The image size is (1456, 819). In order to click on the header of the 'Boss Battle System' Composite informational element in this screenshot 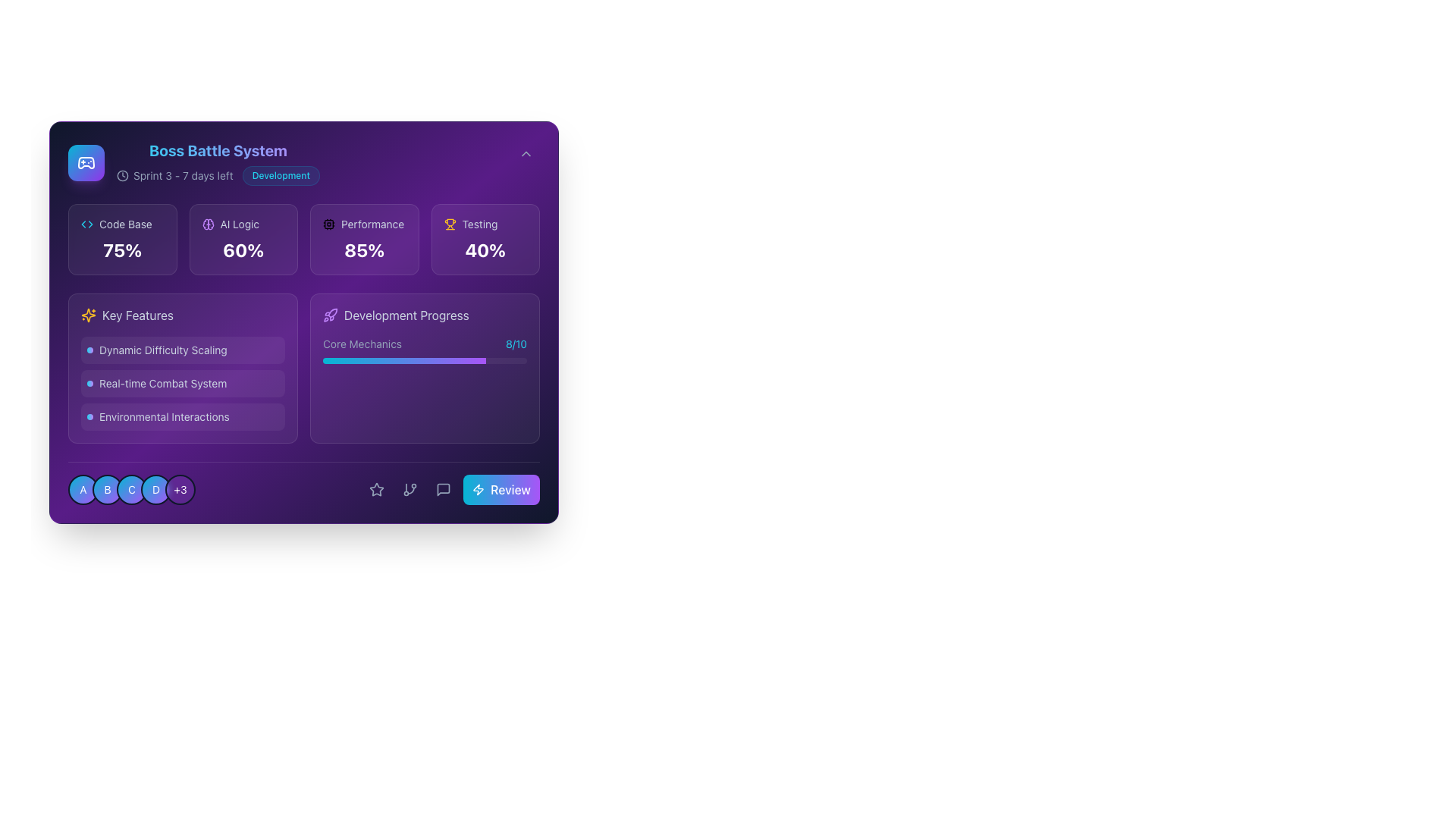, I will do `click(218, 163)`.